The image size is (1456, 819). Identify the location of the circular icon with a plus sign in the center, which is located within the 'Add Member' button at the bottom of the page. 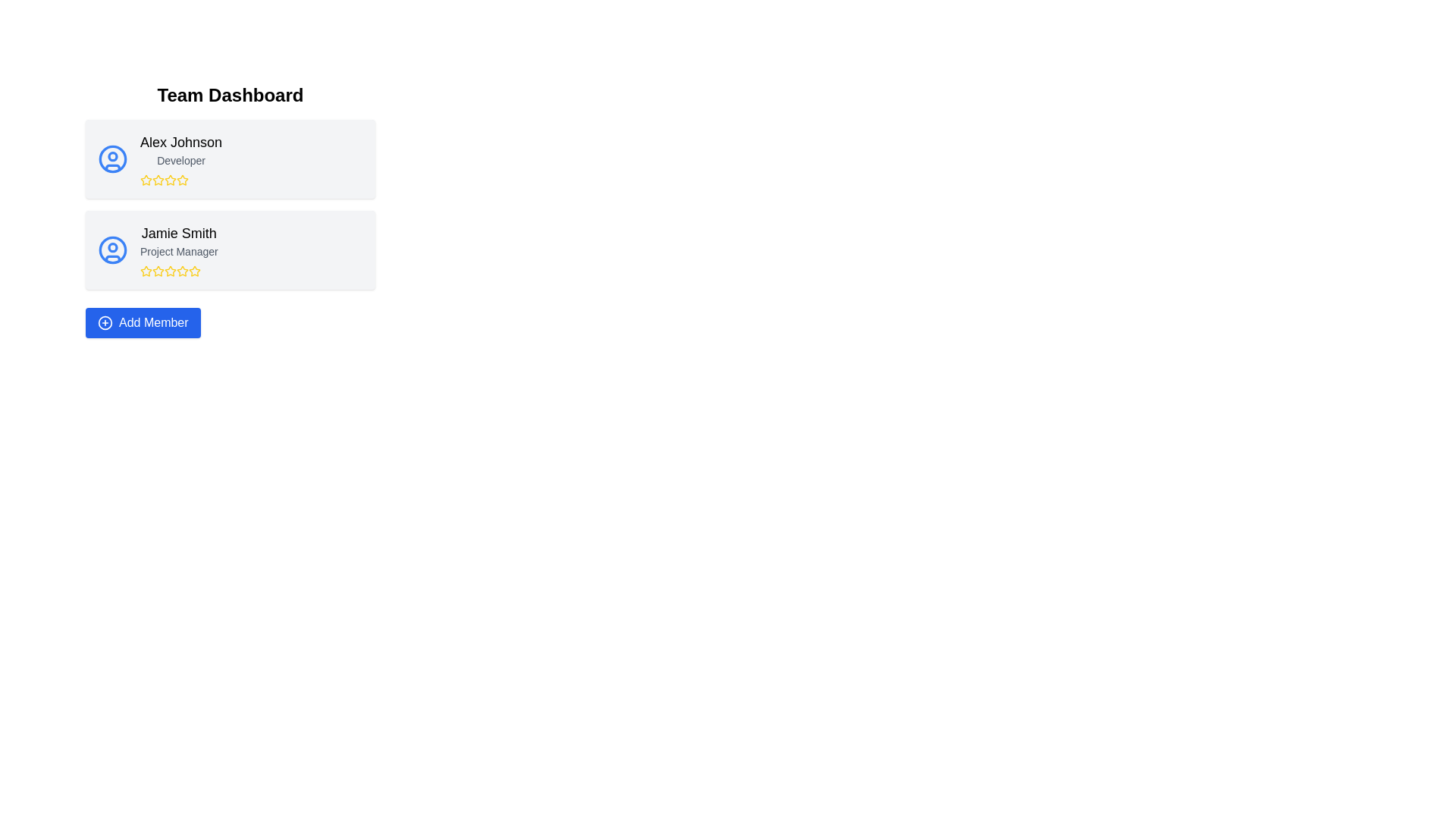
(105, 322).